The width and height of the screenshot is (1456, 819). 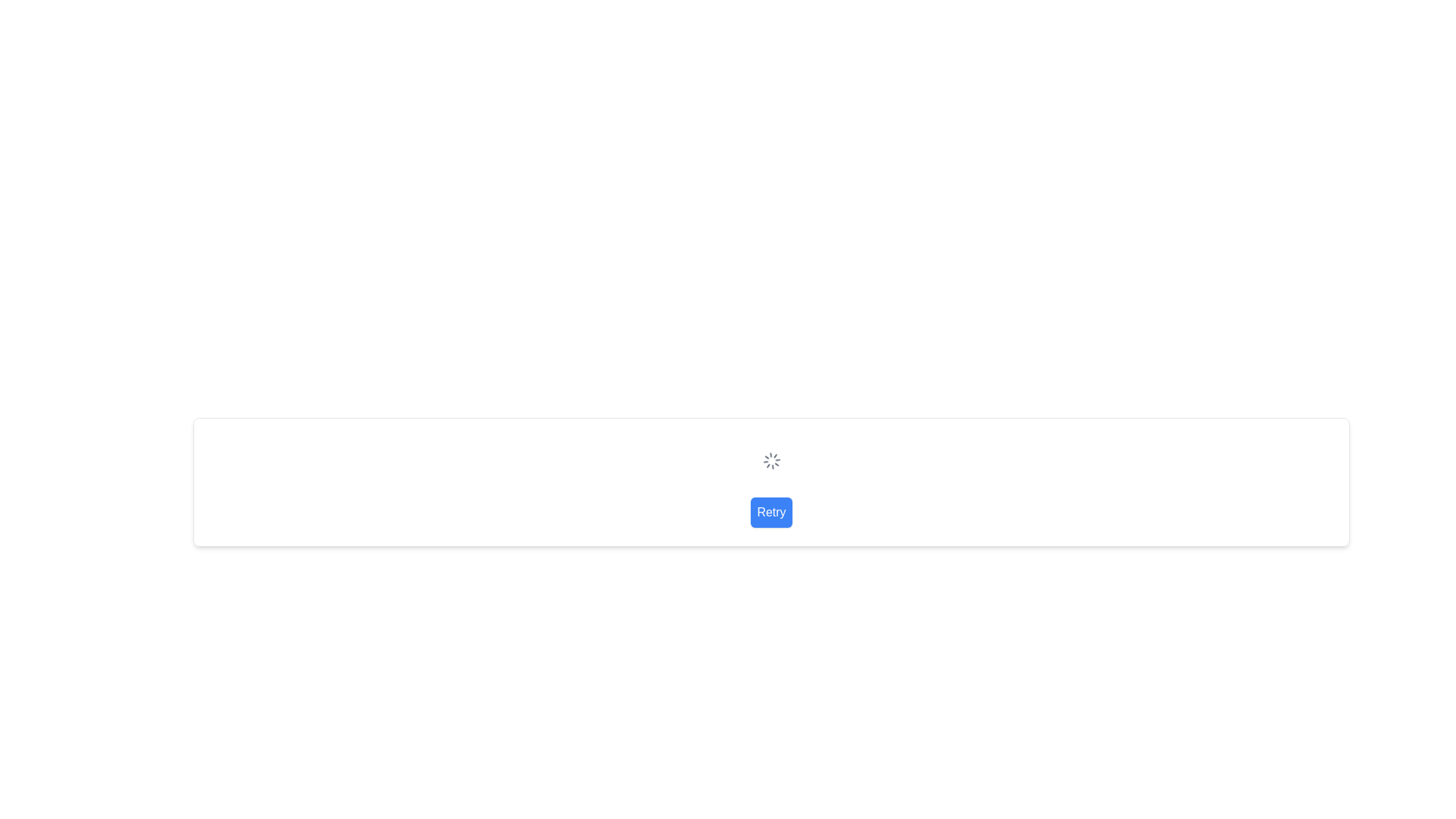 What do you see at coordinates (771, 460) in the screenshot?
I see `the Loader (spinning animation) which indicates an ongoing process, located above the 'Retry' button` at bounding box center [771, 460].